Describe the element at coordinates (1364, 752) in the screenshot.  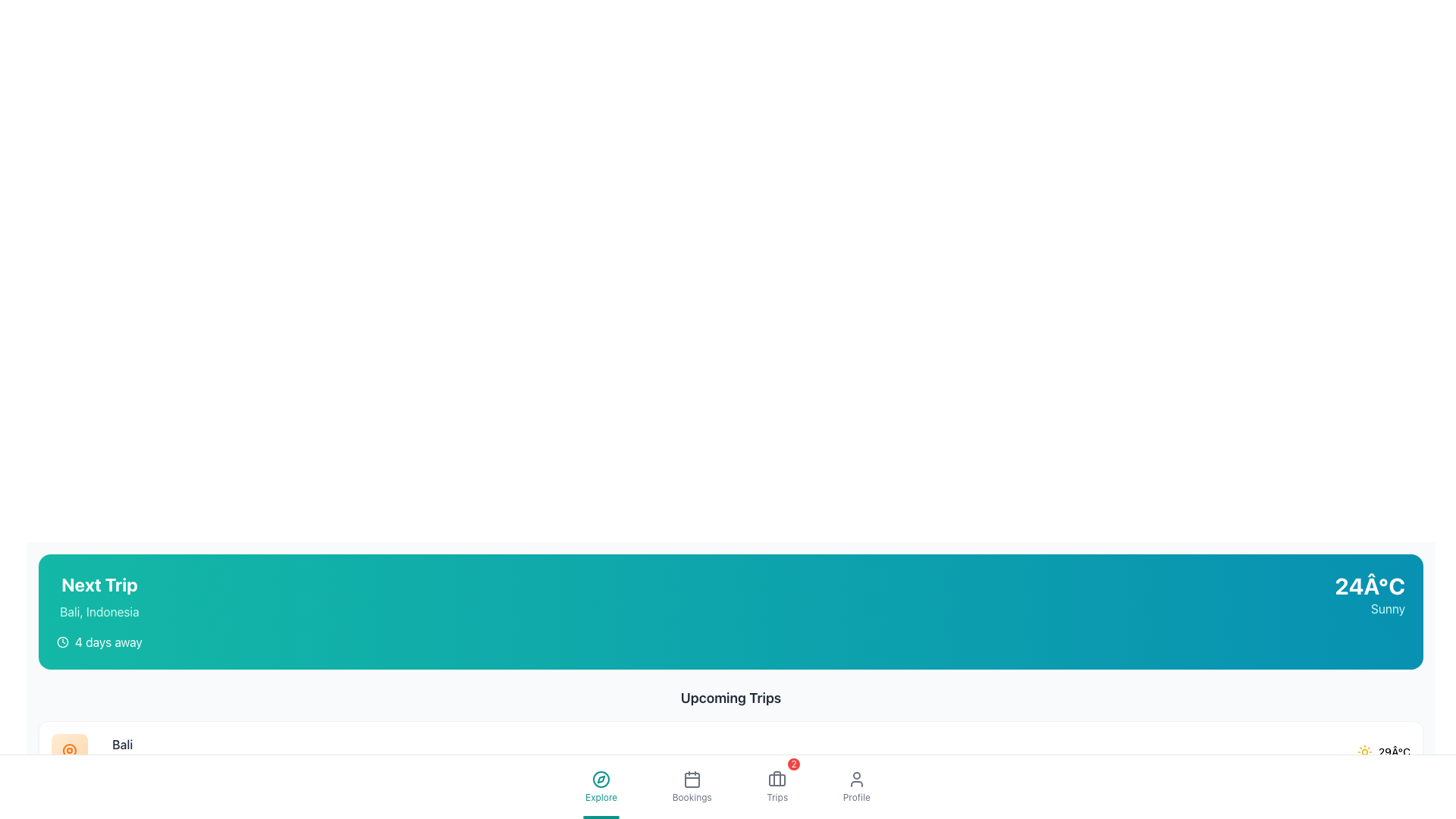
I see `the weather icon representing sunny conditions, located in the lower right section of the UI, next to the temperature reading '29Â°C'` at that location.